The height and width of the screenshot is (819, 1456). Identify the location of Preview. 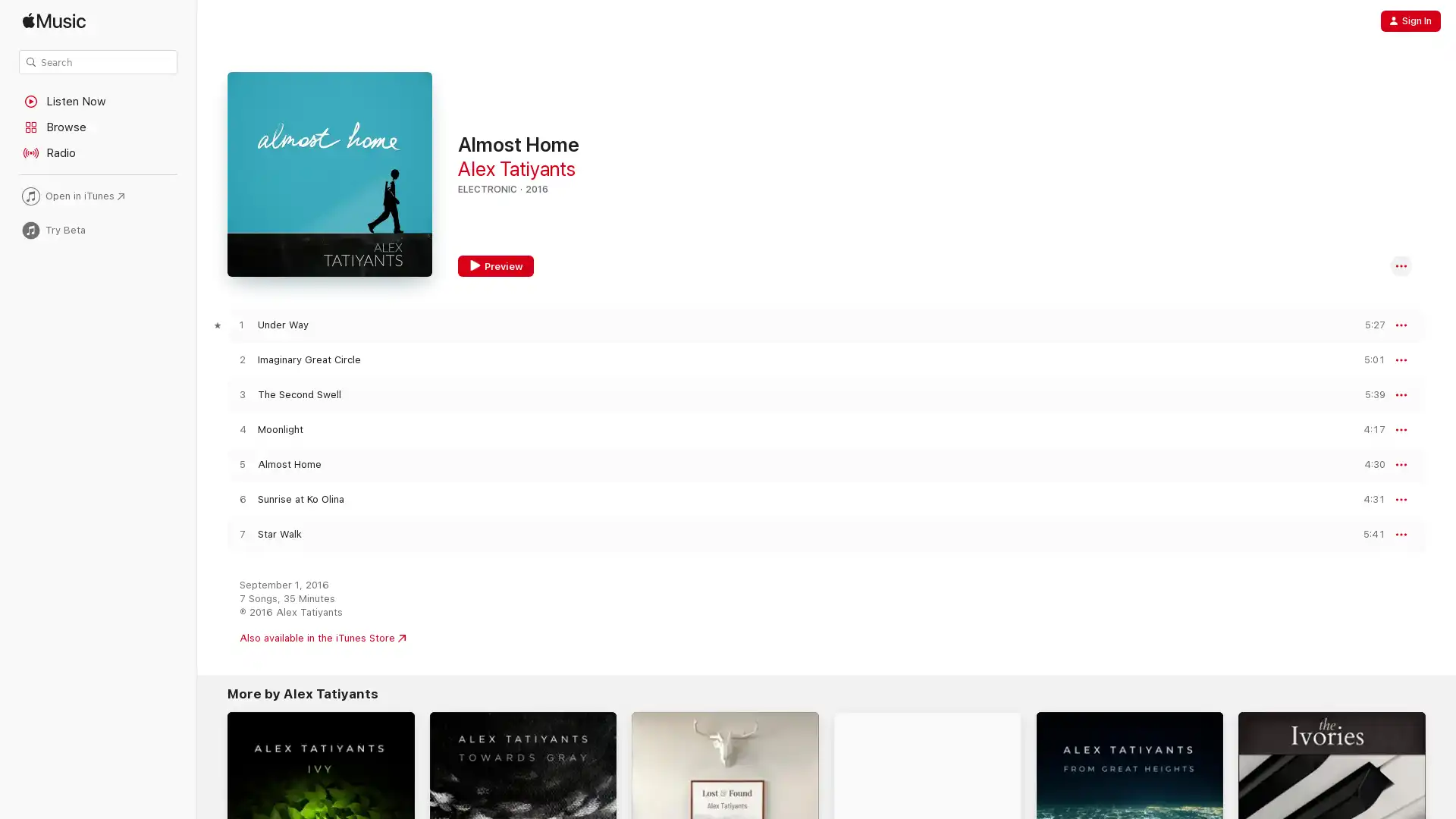
(1368, 533).